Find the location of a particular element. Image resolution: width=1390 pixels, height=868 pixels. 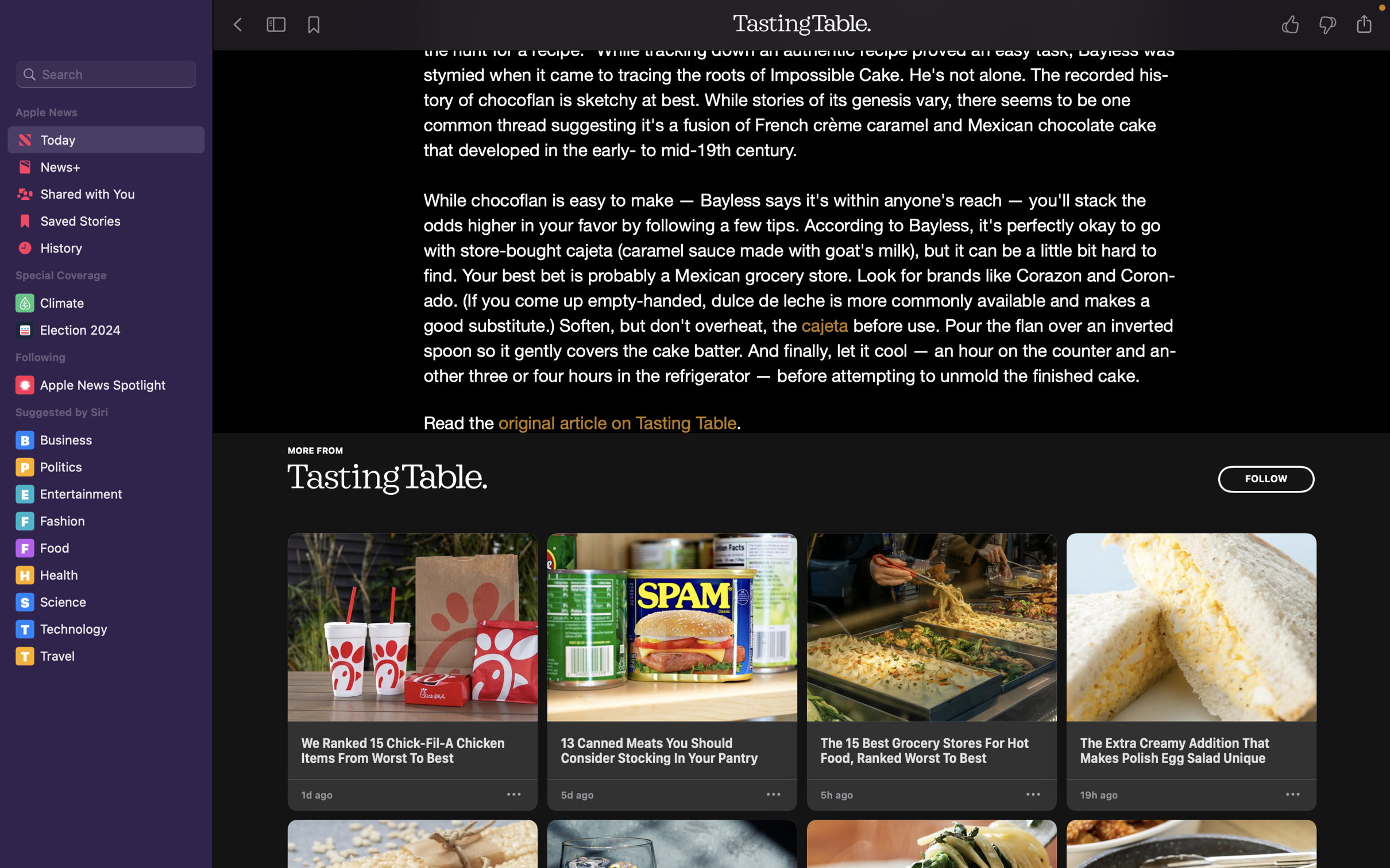

Dislike the story is located at coordinates (1331, 26).